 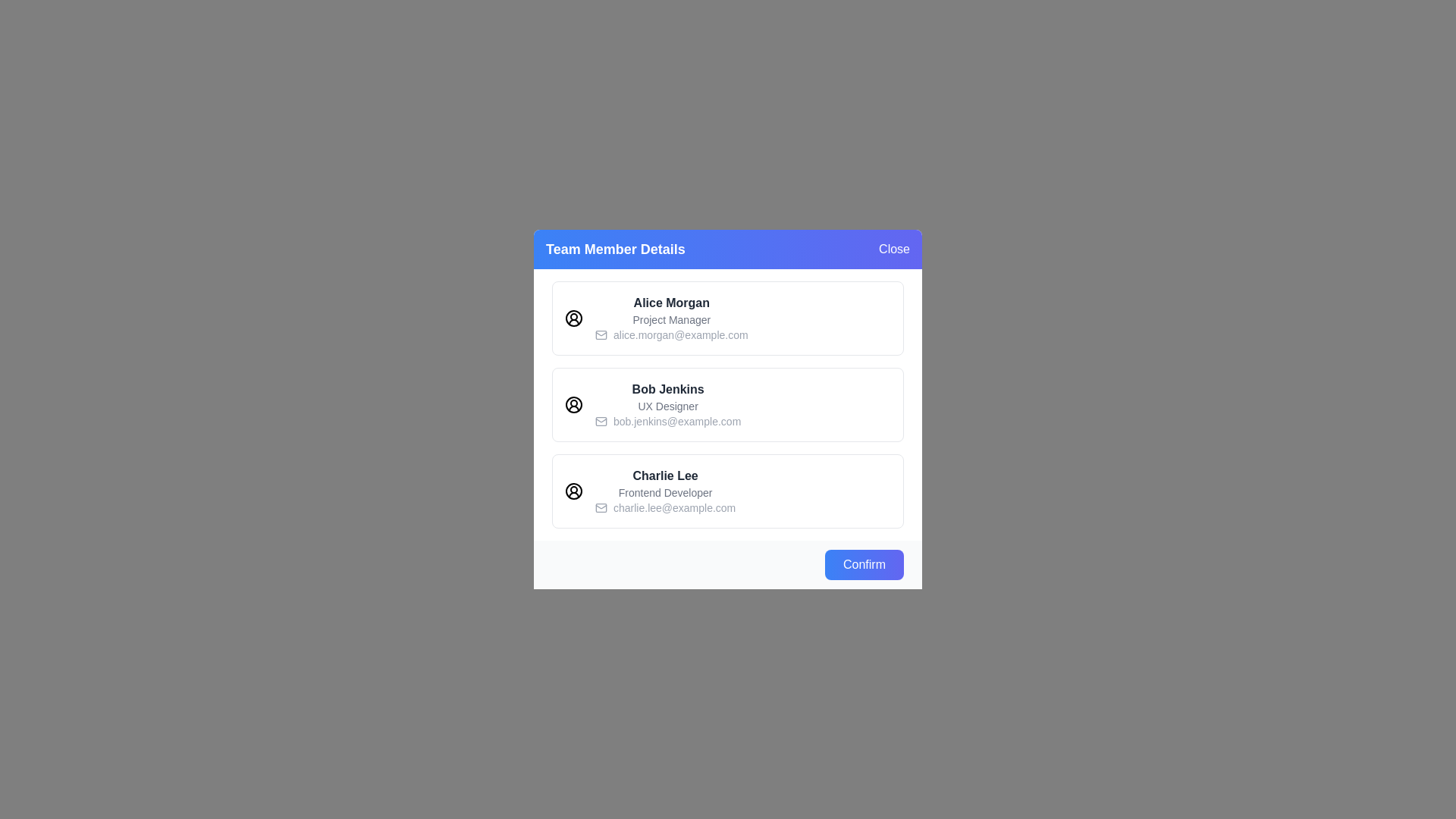 I want to click on the largest circle icon representing the user profile for Charlie Lee, Frontend Developer, located in the third section under the 'Team Member Details' header, so click(x=573, y=491).